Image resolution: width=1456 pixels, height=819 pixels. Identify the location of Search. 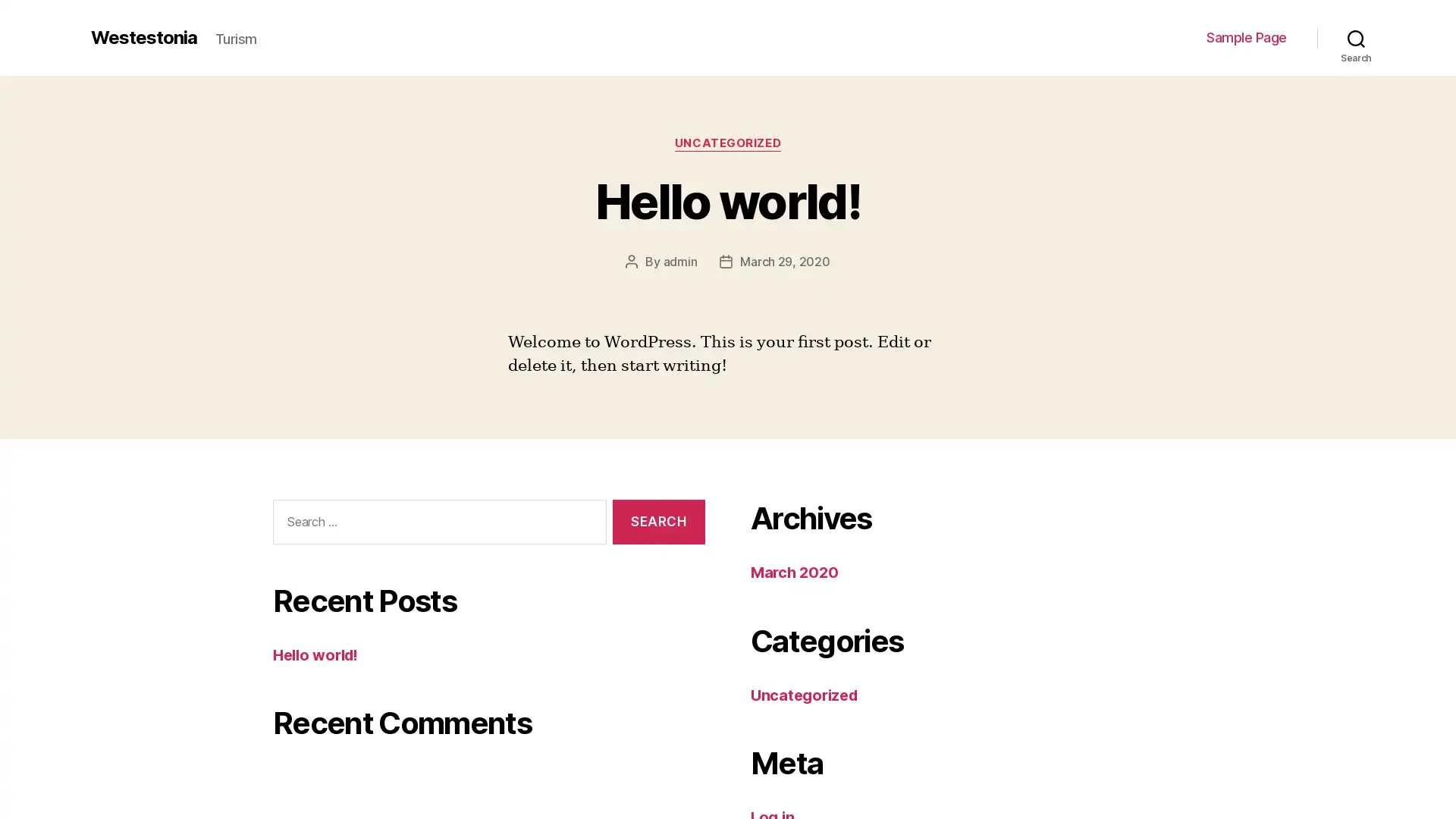
(658, 520).